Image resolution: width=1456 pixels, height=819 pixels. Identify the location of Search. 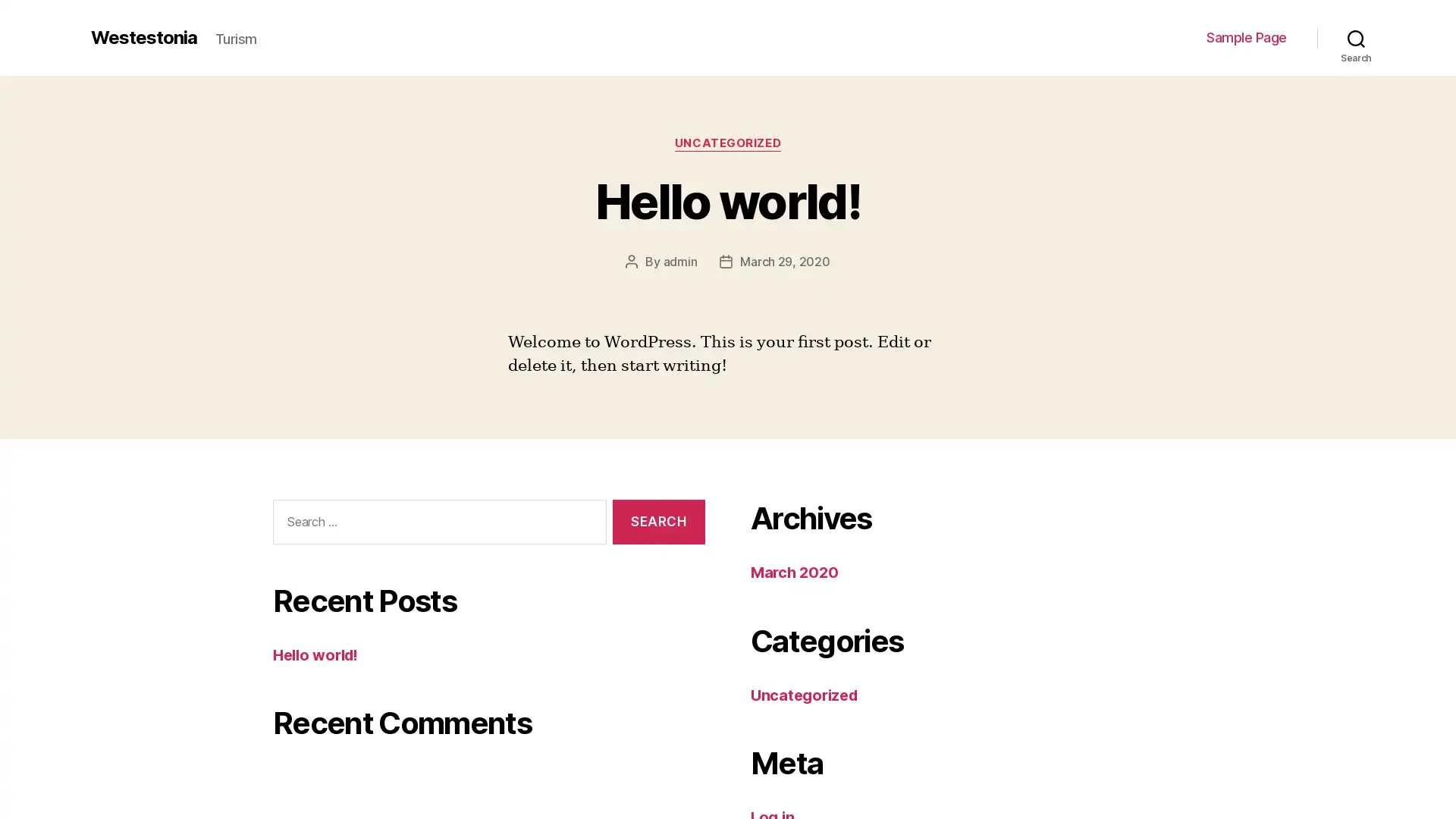
(658, 520).